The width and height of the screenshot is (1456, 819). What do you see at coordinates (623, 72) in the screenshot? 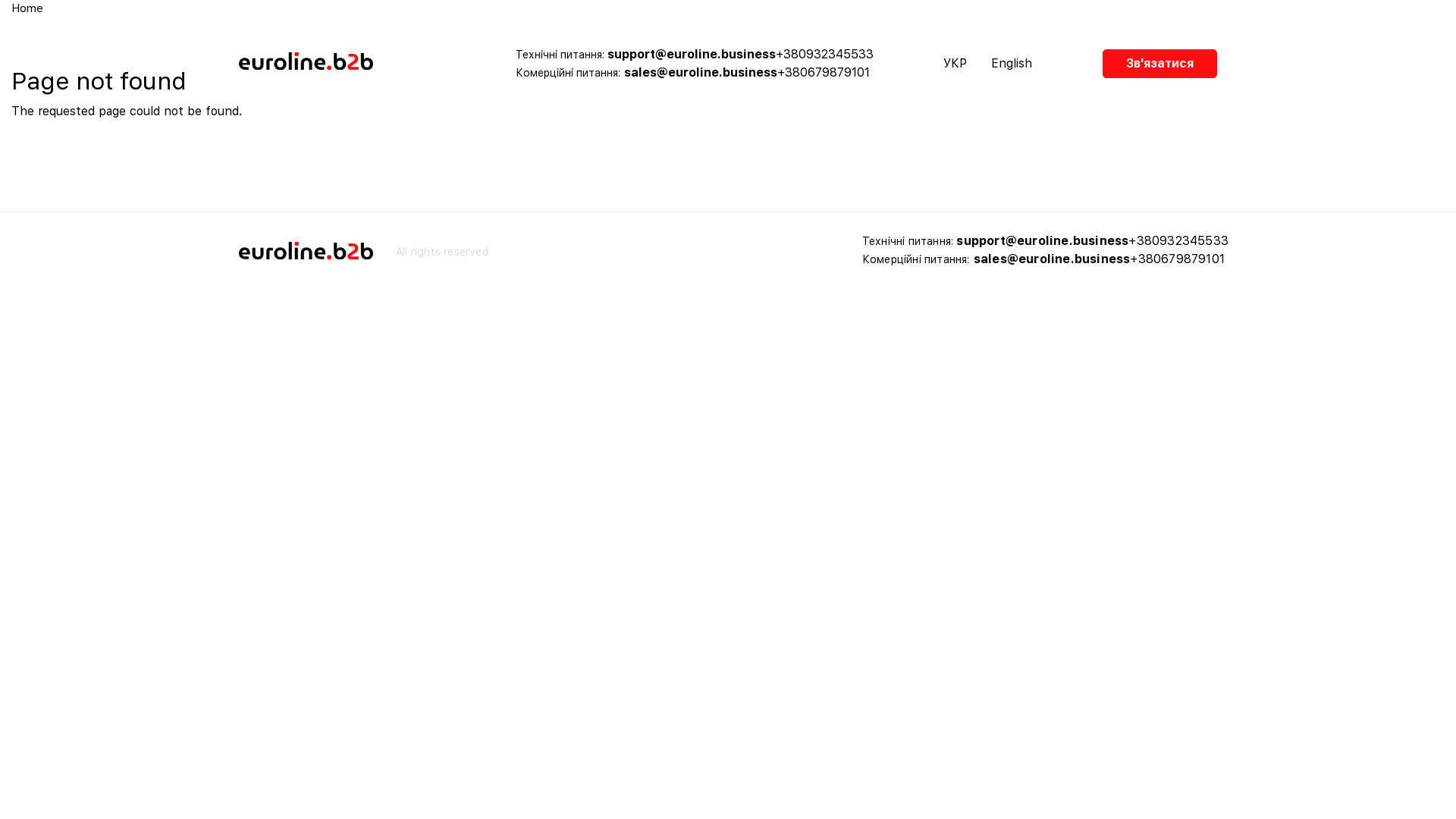
I see `'sales@euroline.business'` at bounding box center [623, 72].